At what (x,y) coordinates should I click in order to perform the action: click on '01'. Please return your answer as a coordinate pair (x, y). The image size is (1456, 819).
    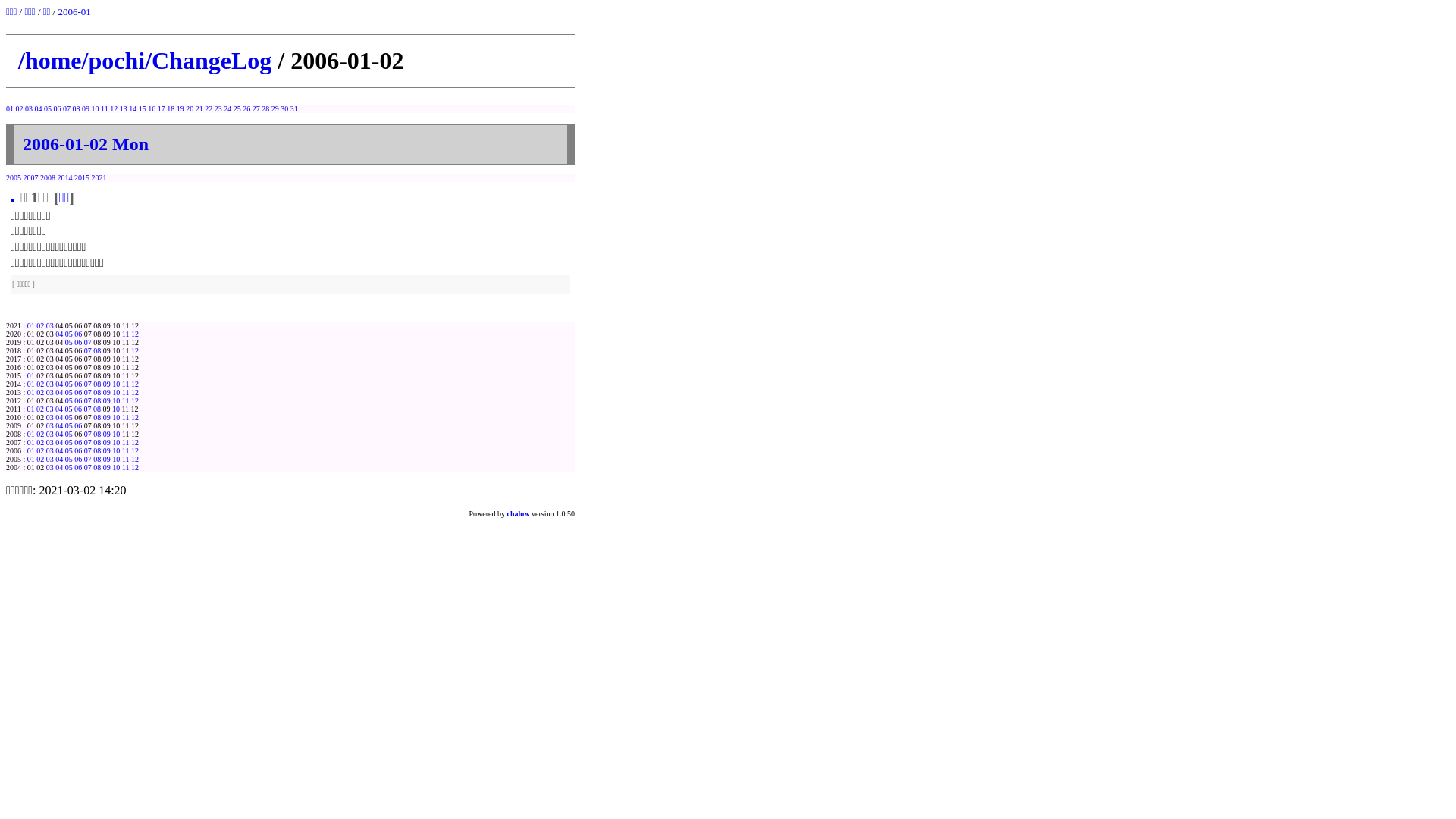
    Looking at the image, I should click on (31, 434).